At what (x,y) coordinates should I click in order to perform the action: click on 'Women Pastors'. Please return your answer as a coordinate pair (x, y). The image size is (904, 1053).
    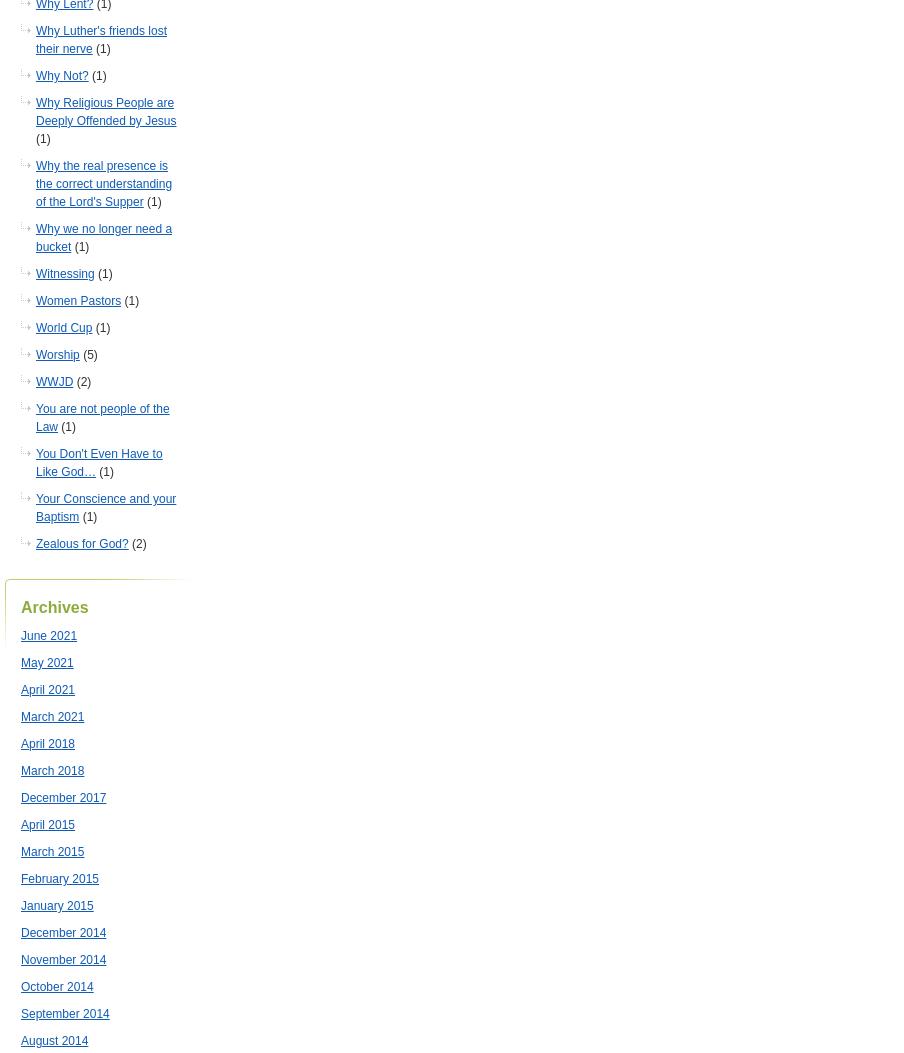
    Looking at the image, I should click on (78, 300).